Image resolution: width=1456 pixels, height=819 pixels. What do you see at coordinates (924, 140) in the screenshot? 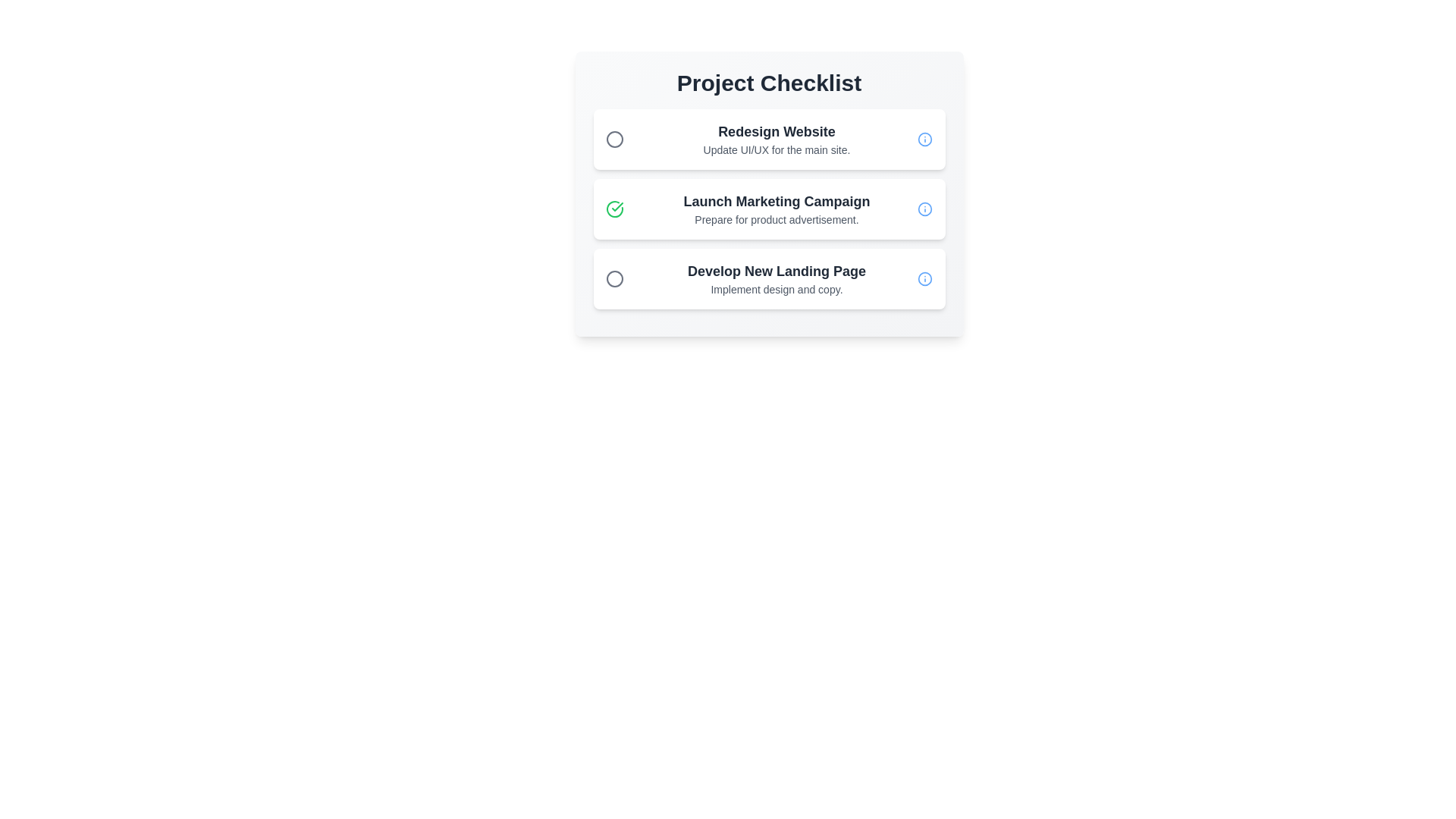
I see `the information icon for the task Redesign Website` at bounding box center [924, 140].